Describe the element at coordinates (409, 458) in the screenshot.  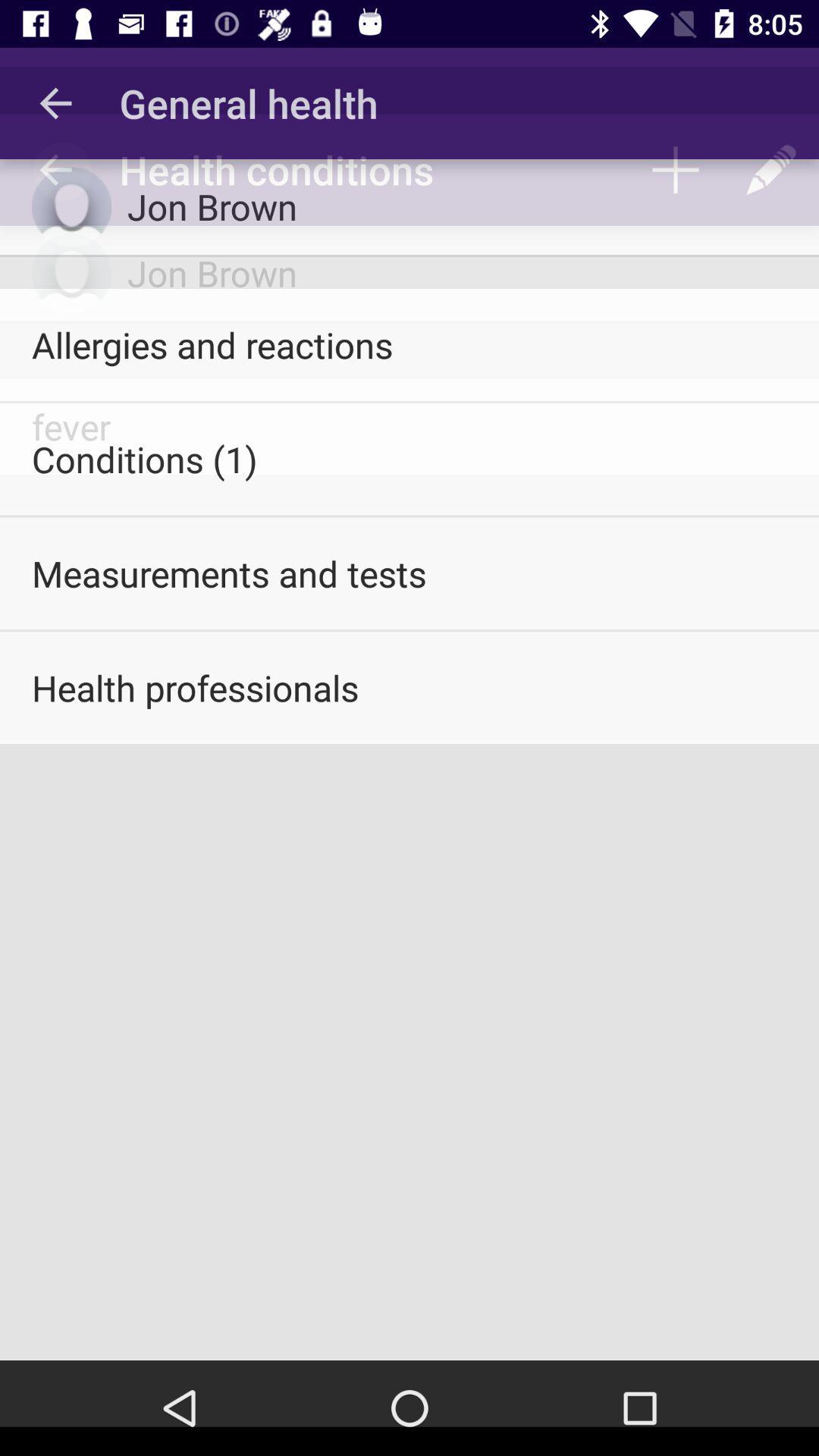
I see `the item below the allergies and reactions  icon` at that location.